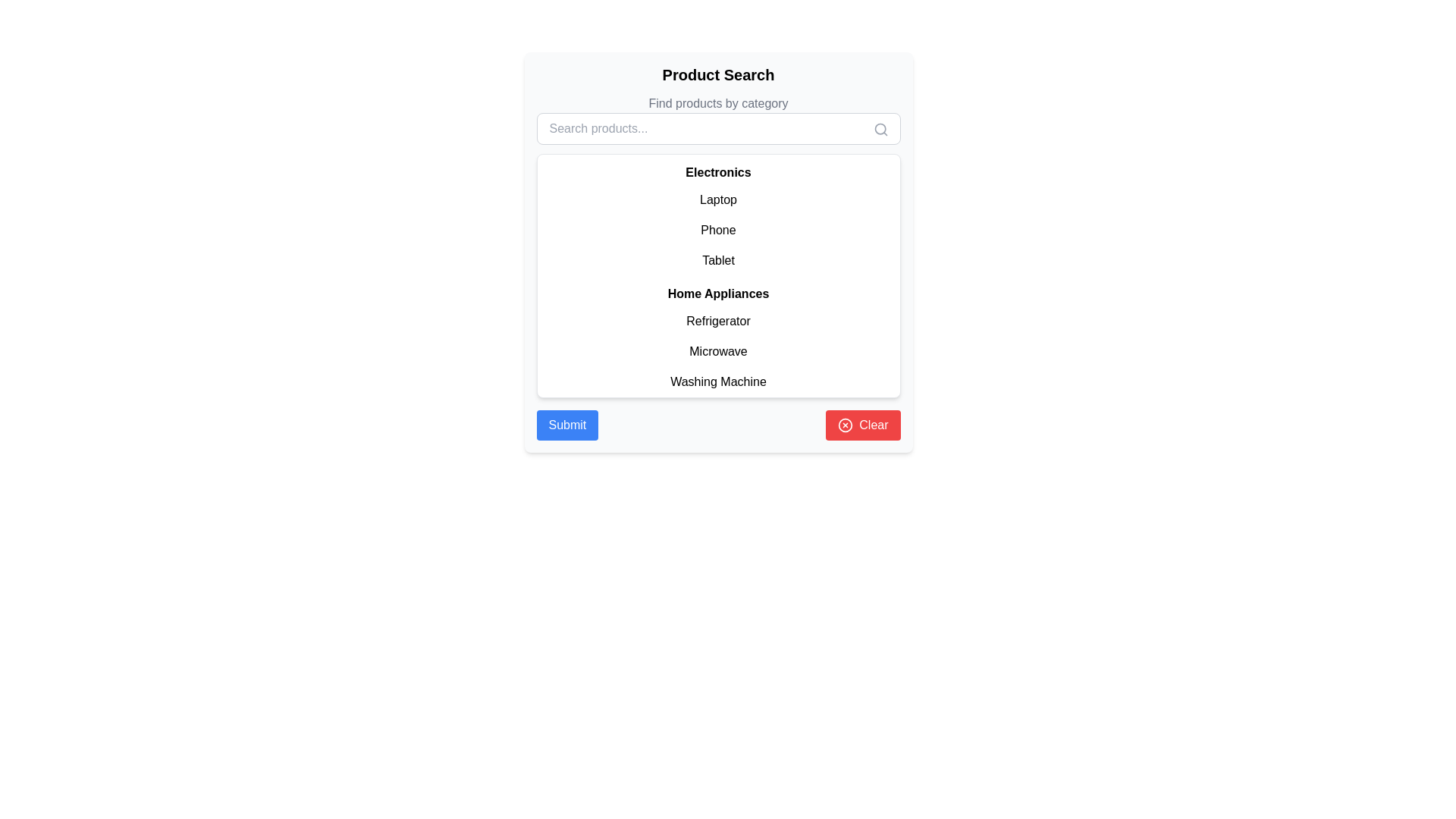 The height and width of the screenshot is (819, 1456). What do you see at coordinates (880, 128) in the screenshot?
I see `the circular part of the search icon located on the right-hand side inside the input bar for searching products` at bounding box center [880, 128].